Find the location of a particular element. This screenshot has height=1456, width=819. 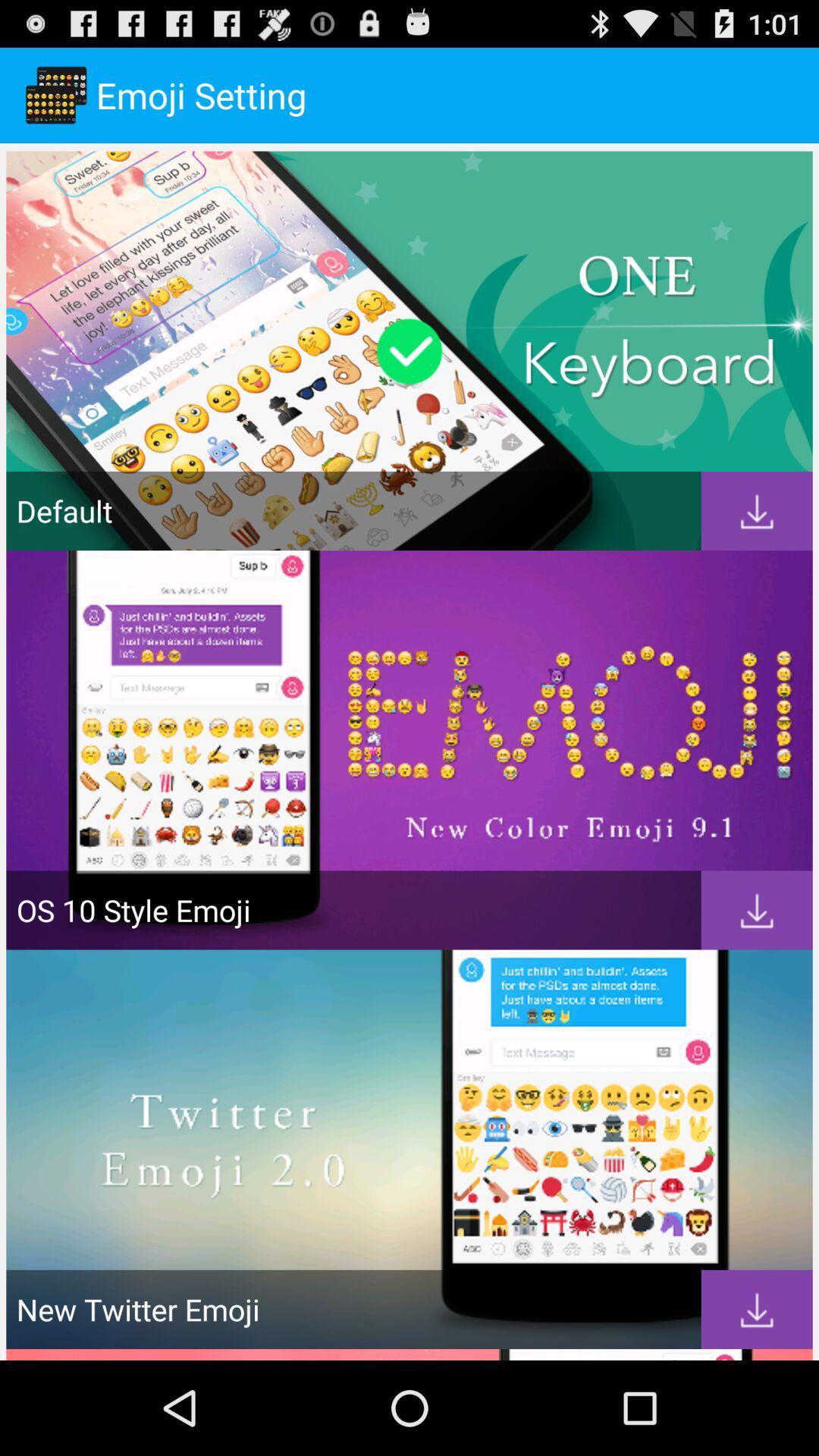

move to next emoji app is located at coordinates (757, 511).